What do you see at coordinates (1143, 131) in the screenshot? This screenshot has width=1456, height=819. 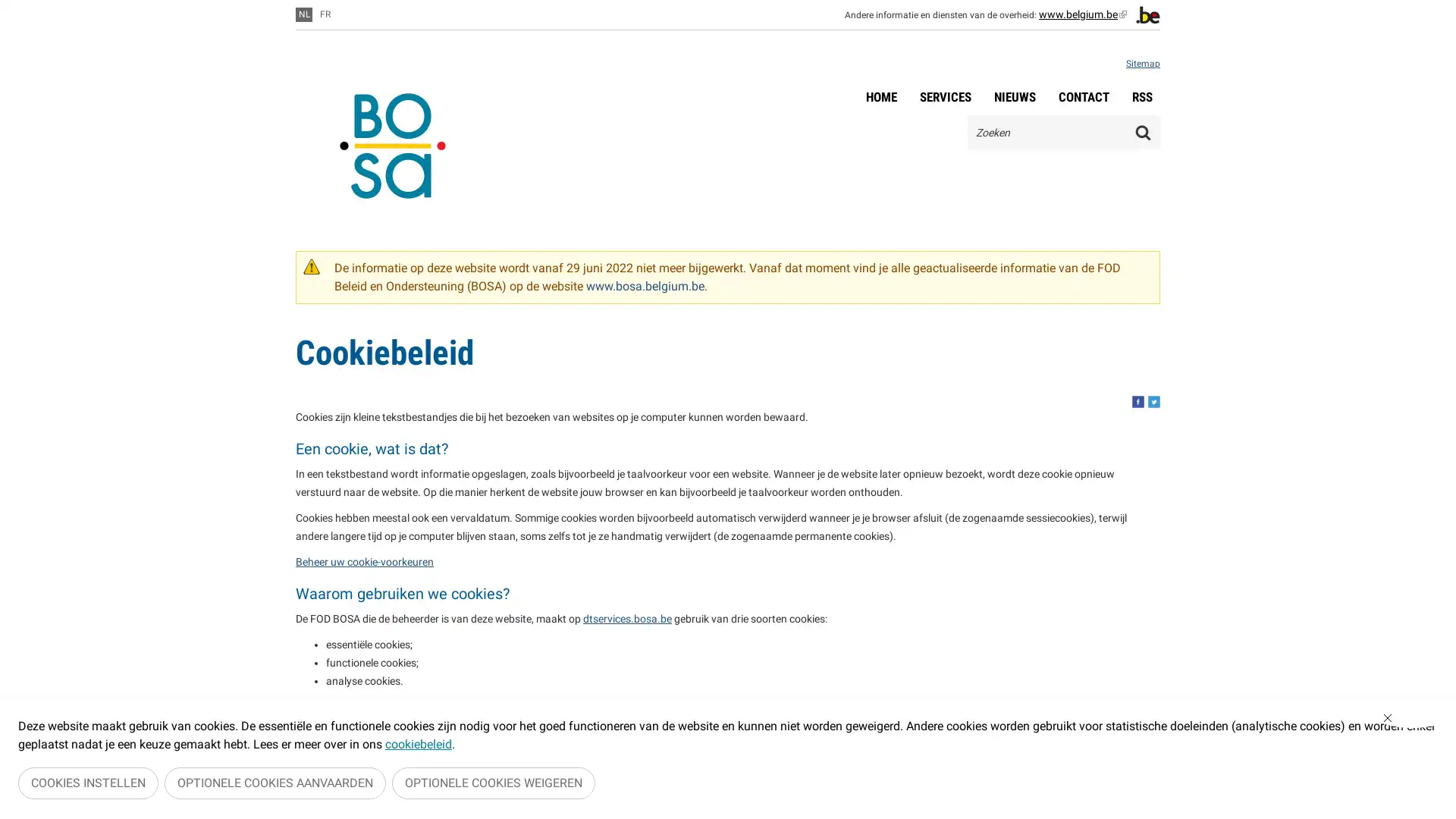 I see `Zoeken` at bounding box center [1143, 131].